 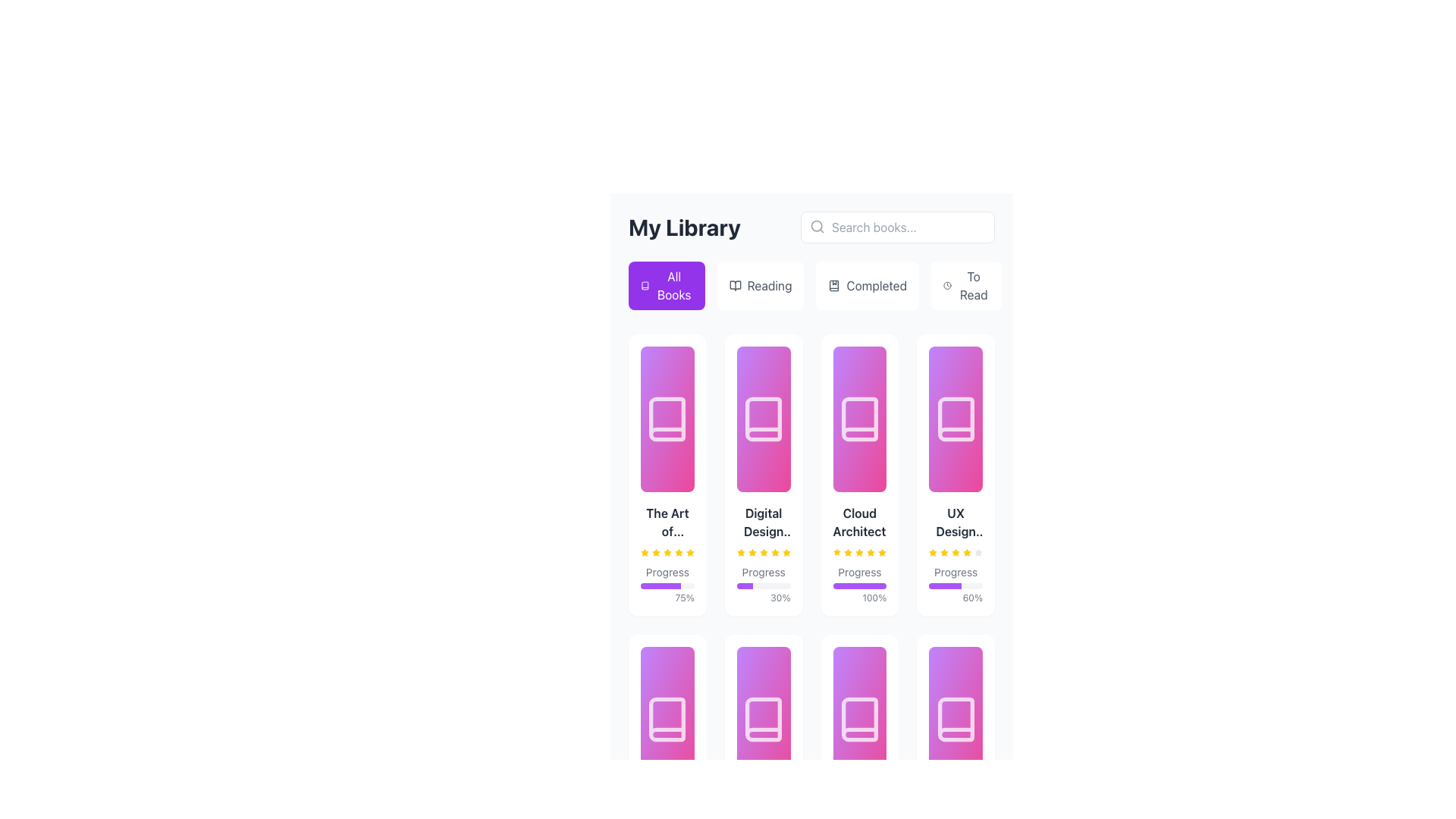 I want to click on the progress bar representing the reading progress of the 'UX Design' book, located in the fourth column of the first row in the 'My Library' section, so click(x=944, y=585).